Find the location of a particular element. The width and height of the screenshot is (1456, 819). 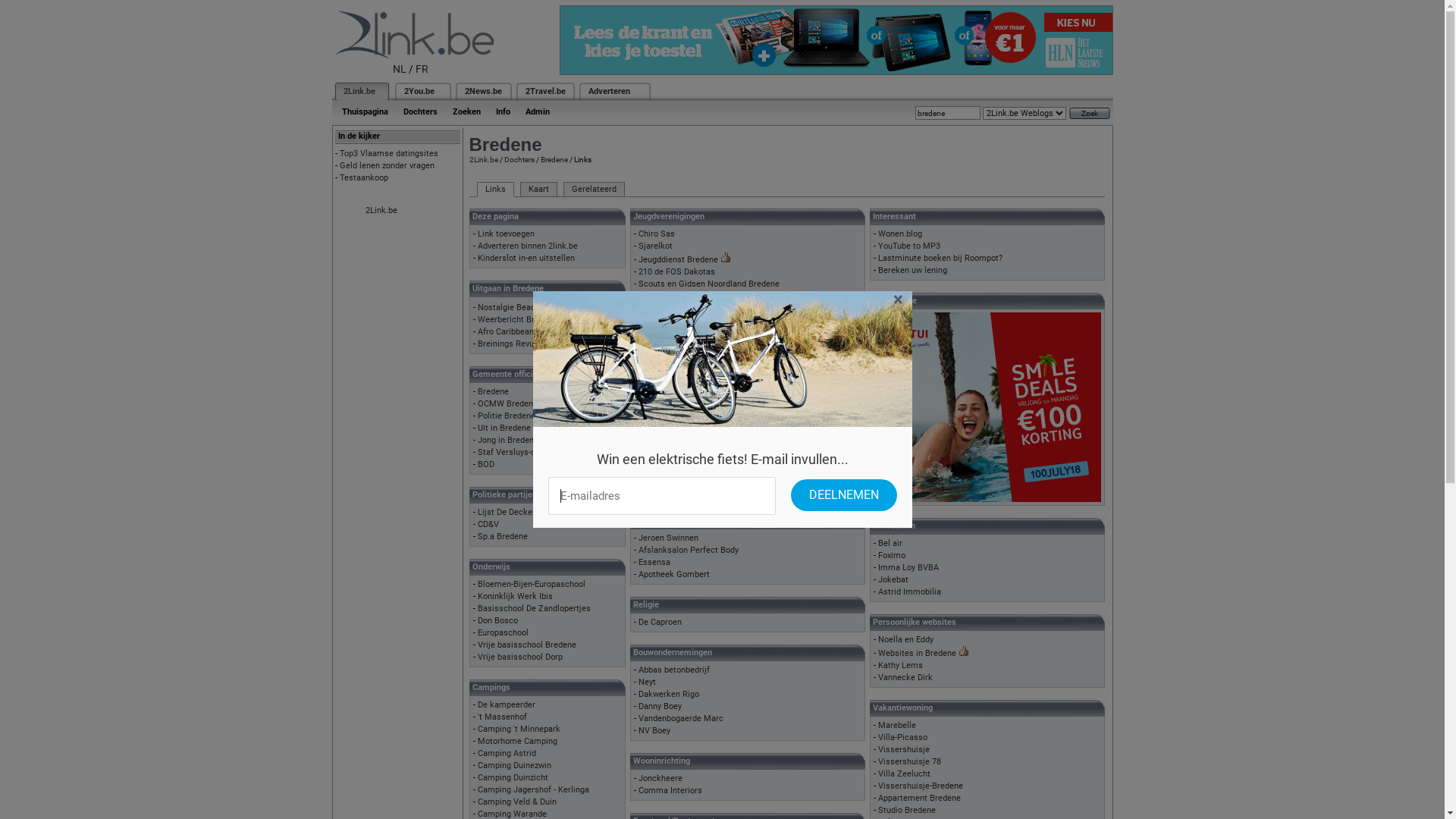

'Websites in Bredene' is located at coordinates (916, 652).